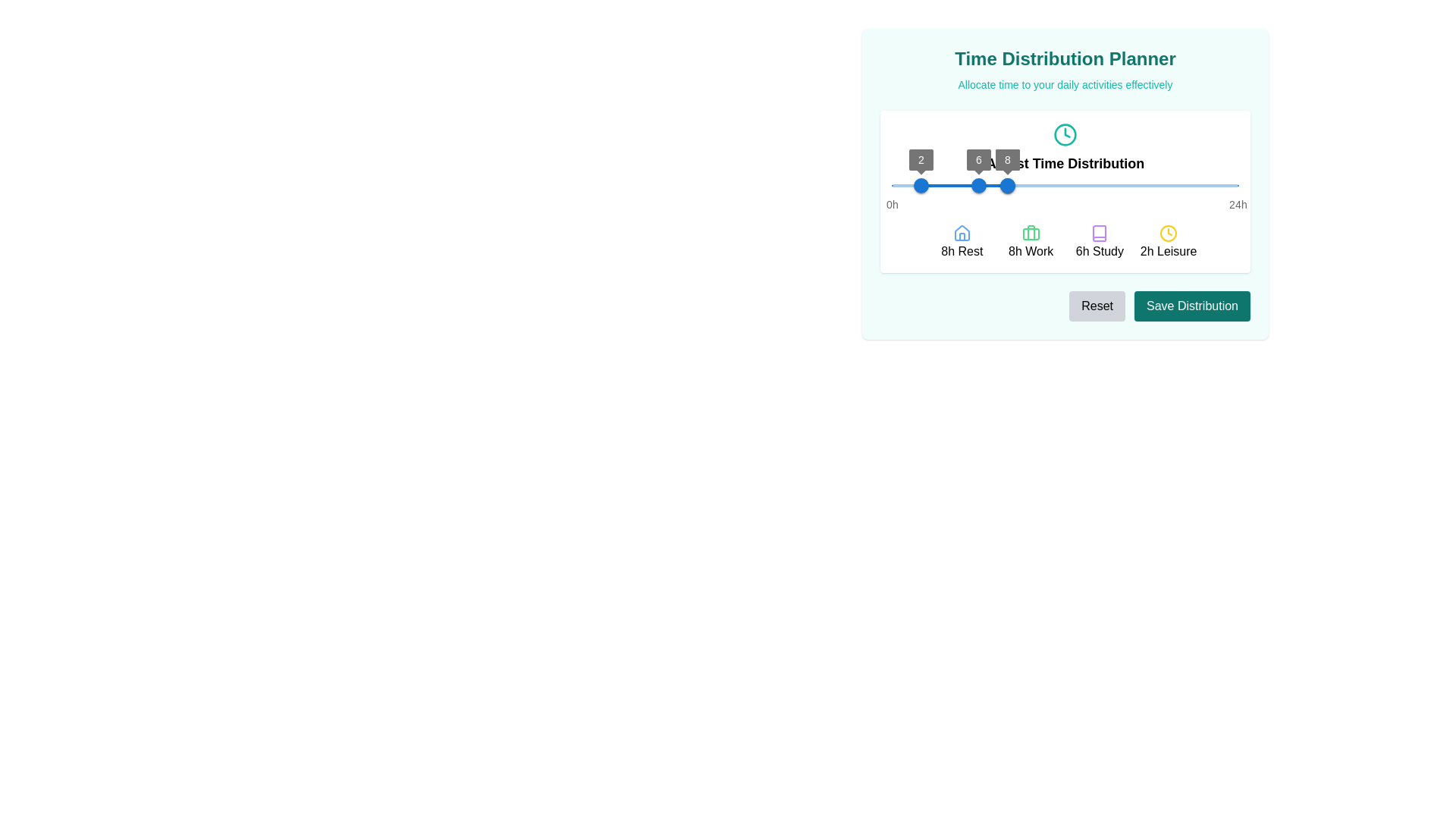 The width and height of the screenshot is (1456, 819). What do you see at coordinates (1065, 133) in the screenshot?
I see `the teal circular clock icon with minimalistic design, positioned above the 'Adjust Time Distribution' text, by moving the cursor to its center point` at bounding box center [1065, 133].